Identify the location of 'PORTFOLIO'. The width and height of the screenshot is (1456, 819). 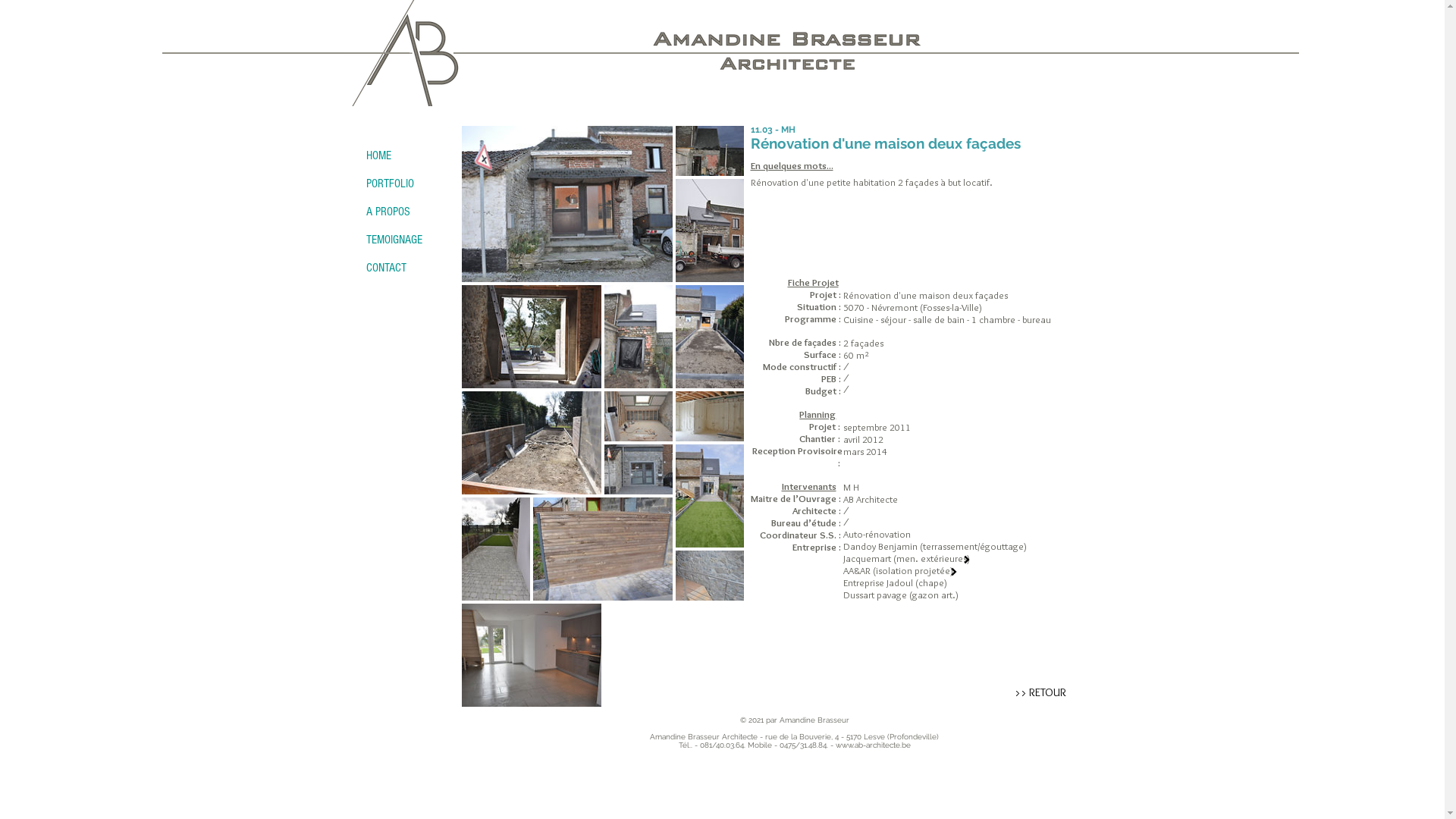
(407, 183).